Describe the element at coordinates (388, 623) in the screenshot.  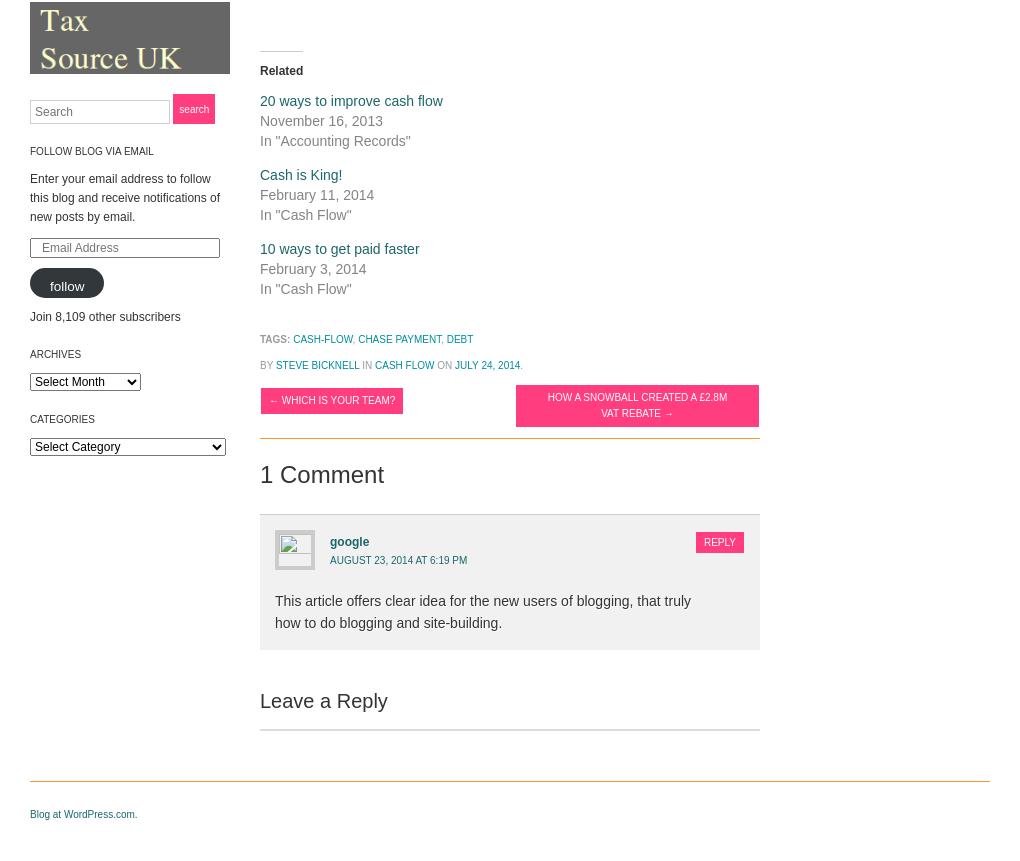
I see `'how to do blogging and site-building.'` at that location.